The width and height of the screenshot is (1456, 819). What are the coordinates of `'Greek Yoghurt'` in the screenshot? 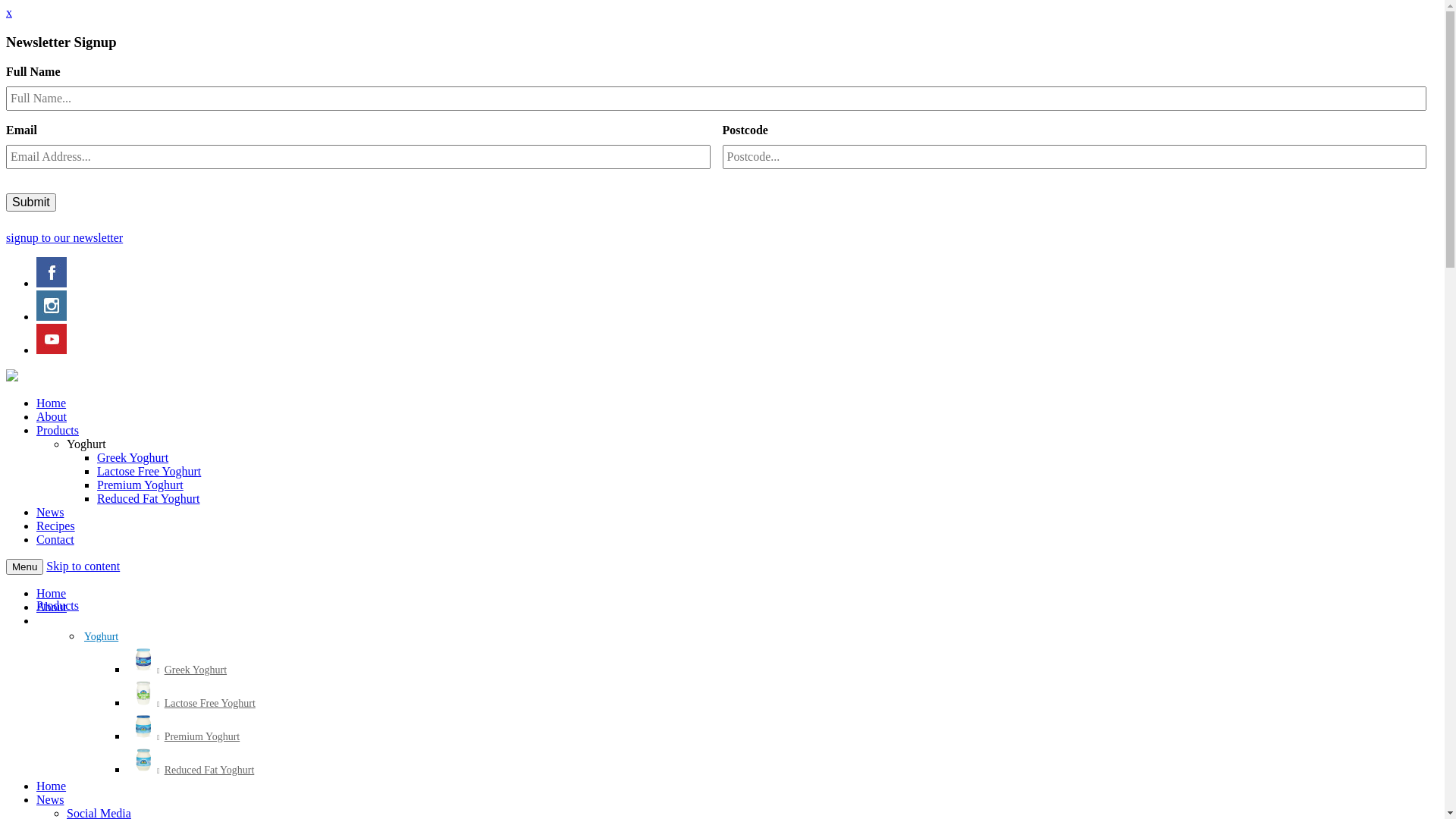 It's located at (132, 457).